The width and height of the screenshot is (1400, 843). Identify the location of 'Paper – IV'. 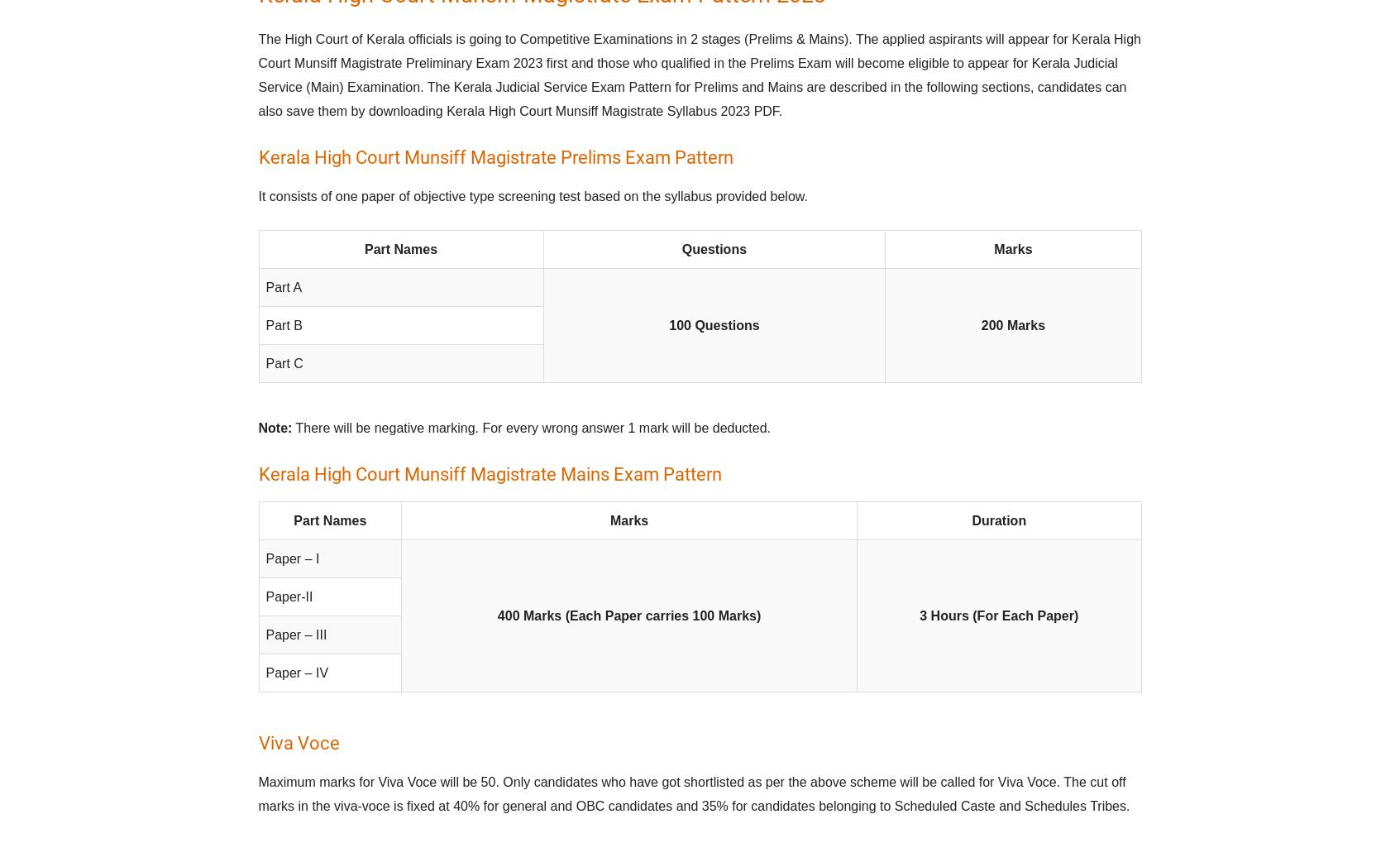
(296, 673).